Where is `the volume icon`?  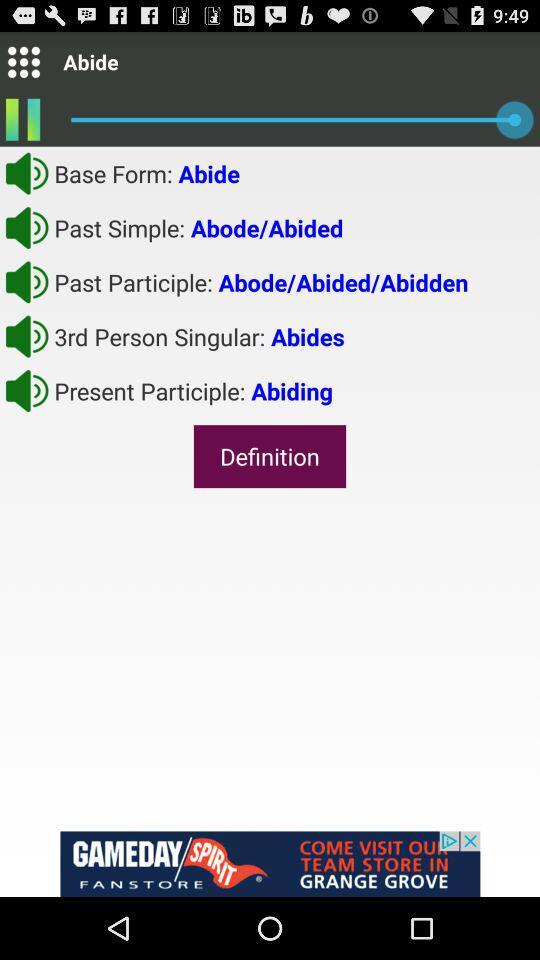 the volume icon is located at coordinates (26, 242).